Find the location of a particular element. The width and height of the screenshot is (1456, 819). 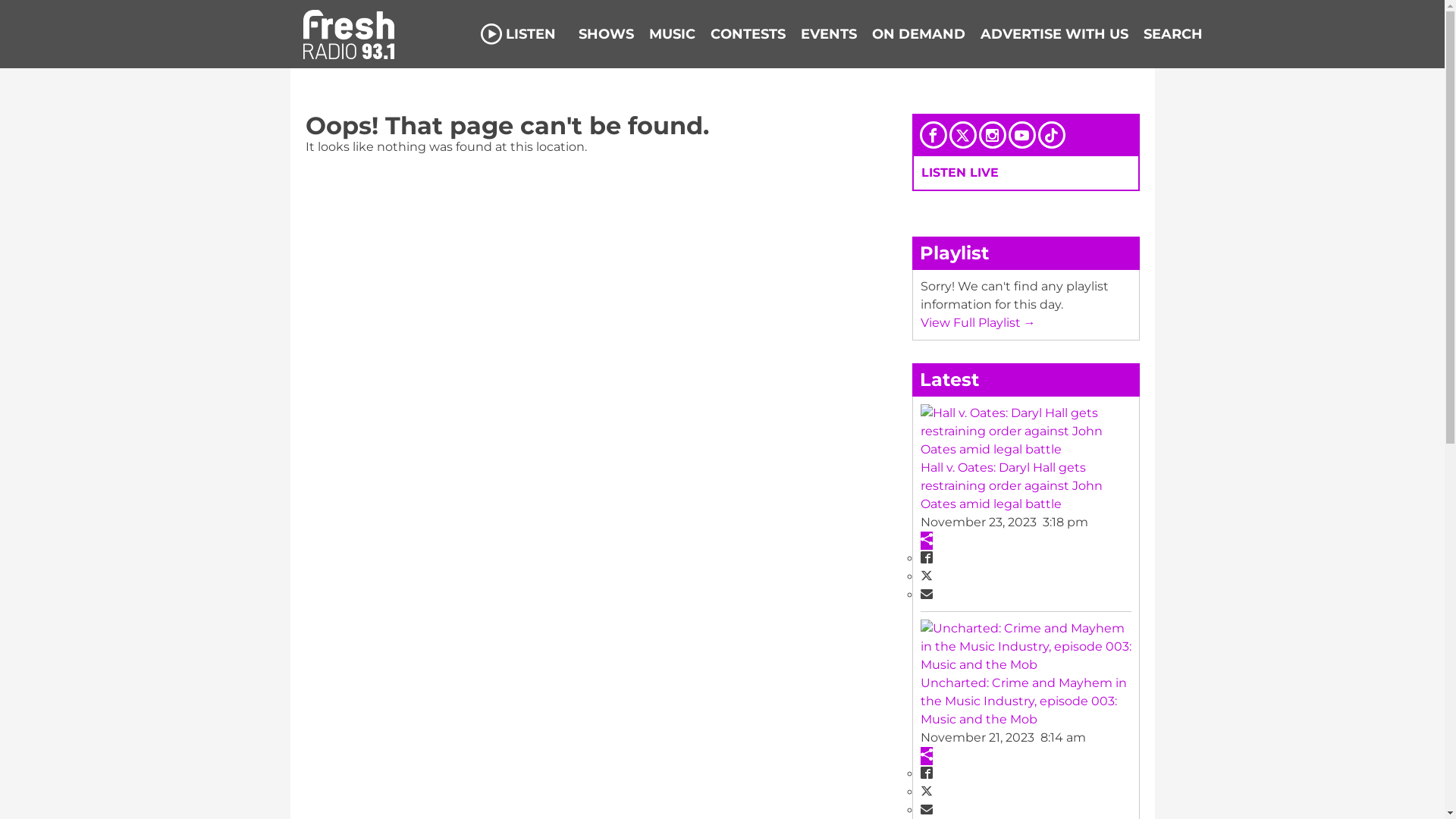

'SEARCH' is located at coordinates (1172, 34).